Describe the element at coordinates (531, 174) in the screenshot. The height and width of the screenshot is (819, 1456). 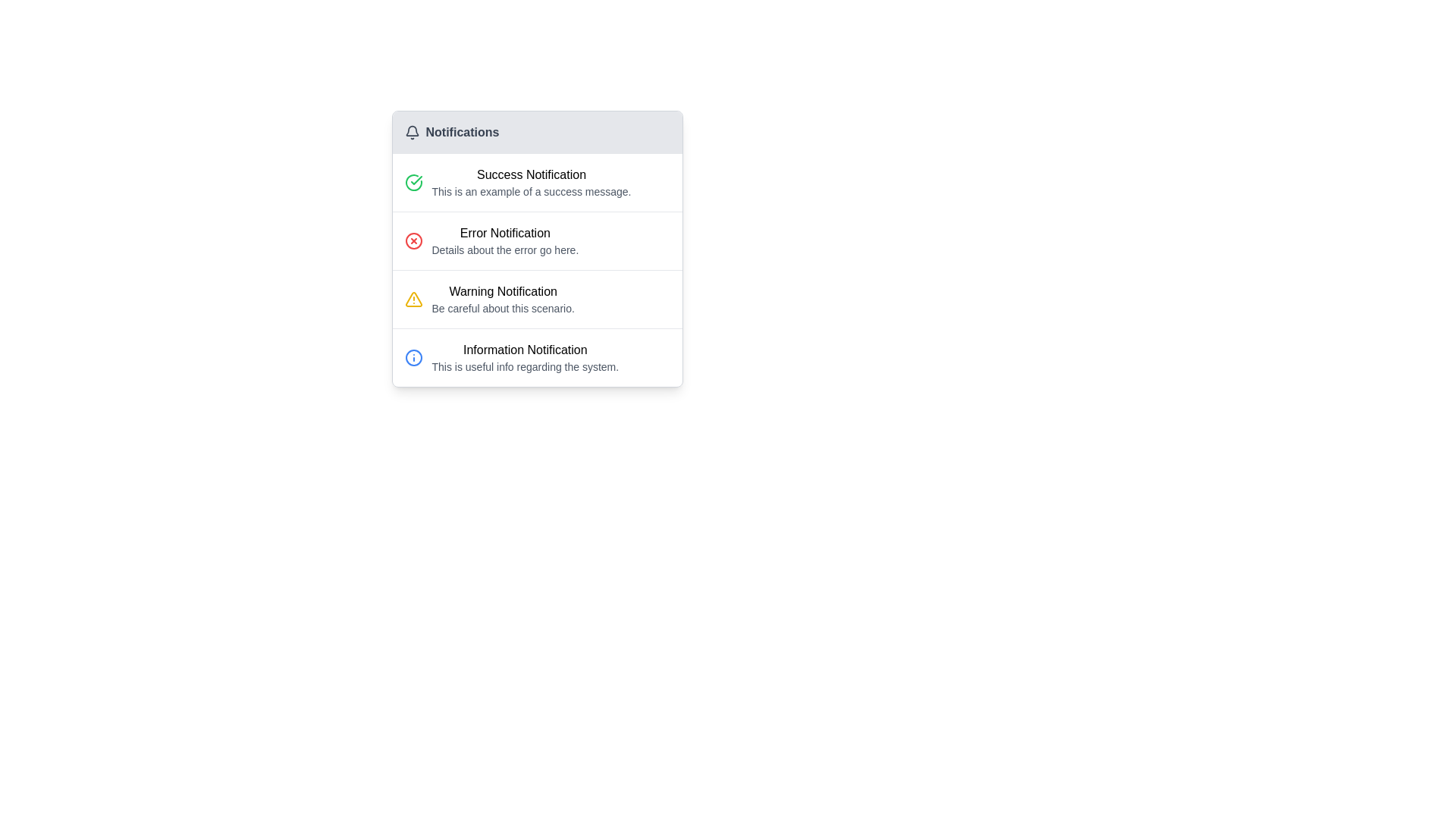
I see `the 'Success Notification' text label which is the title of the first notification in the notification card` at that location.